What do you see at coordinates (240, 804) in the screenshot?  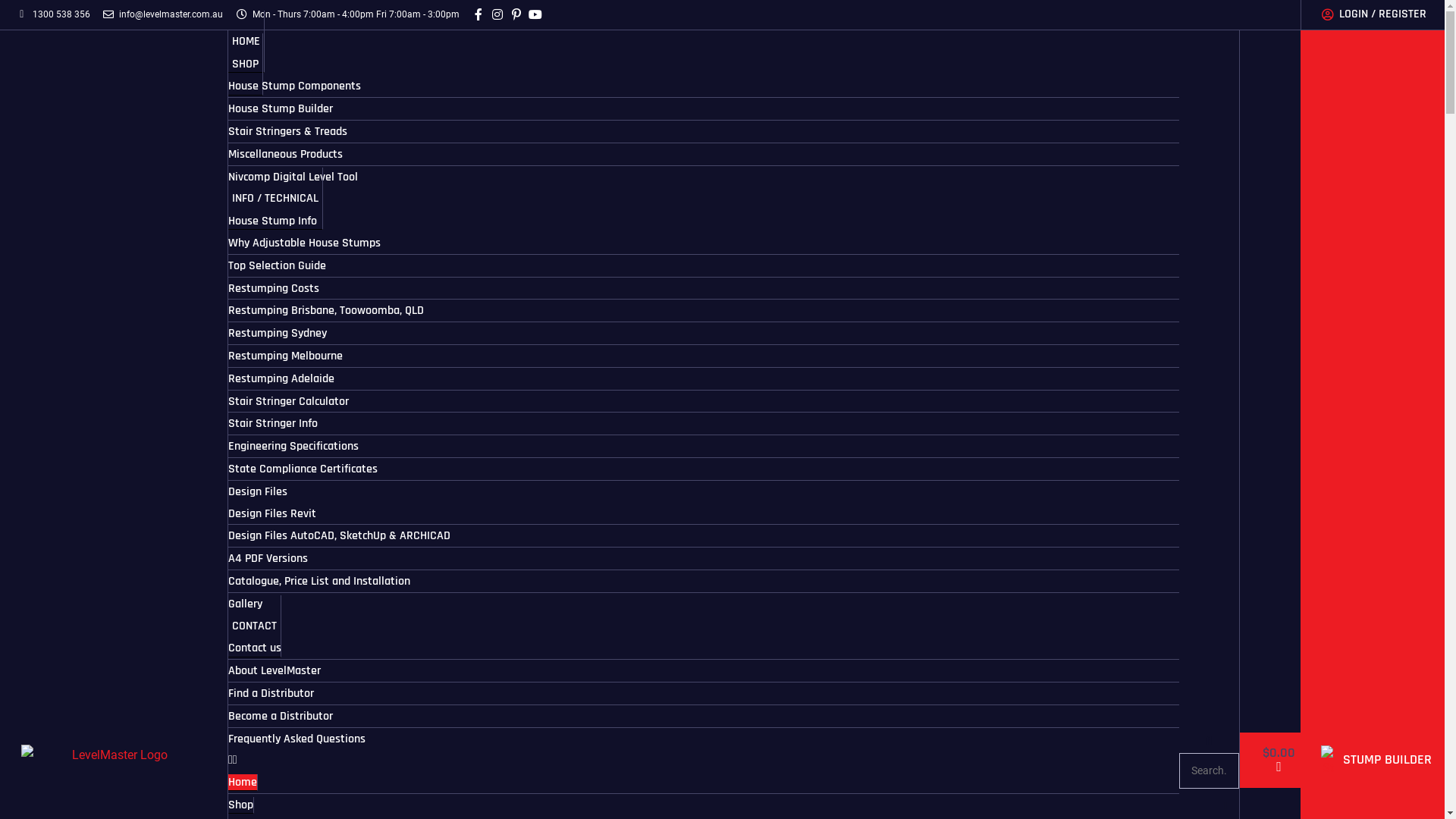 I see `'Shop'` at bounding box center [240, 804].